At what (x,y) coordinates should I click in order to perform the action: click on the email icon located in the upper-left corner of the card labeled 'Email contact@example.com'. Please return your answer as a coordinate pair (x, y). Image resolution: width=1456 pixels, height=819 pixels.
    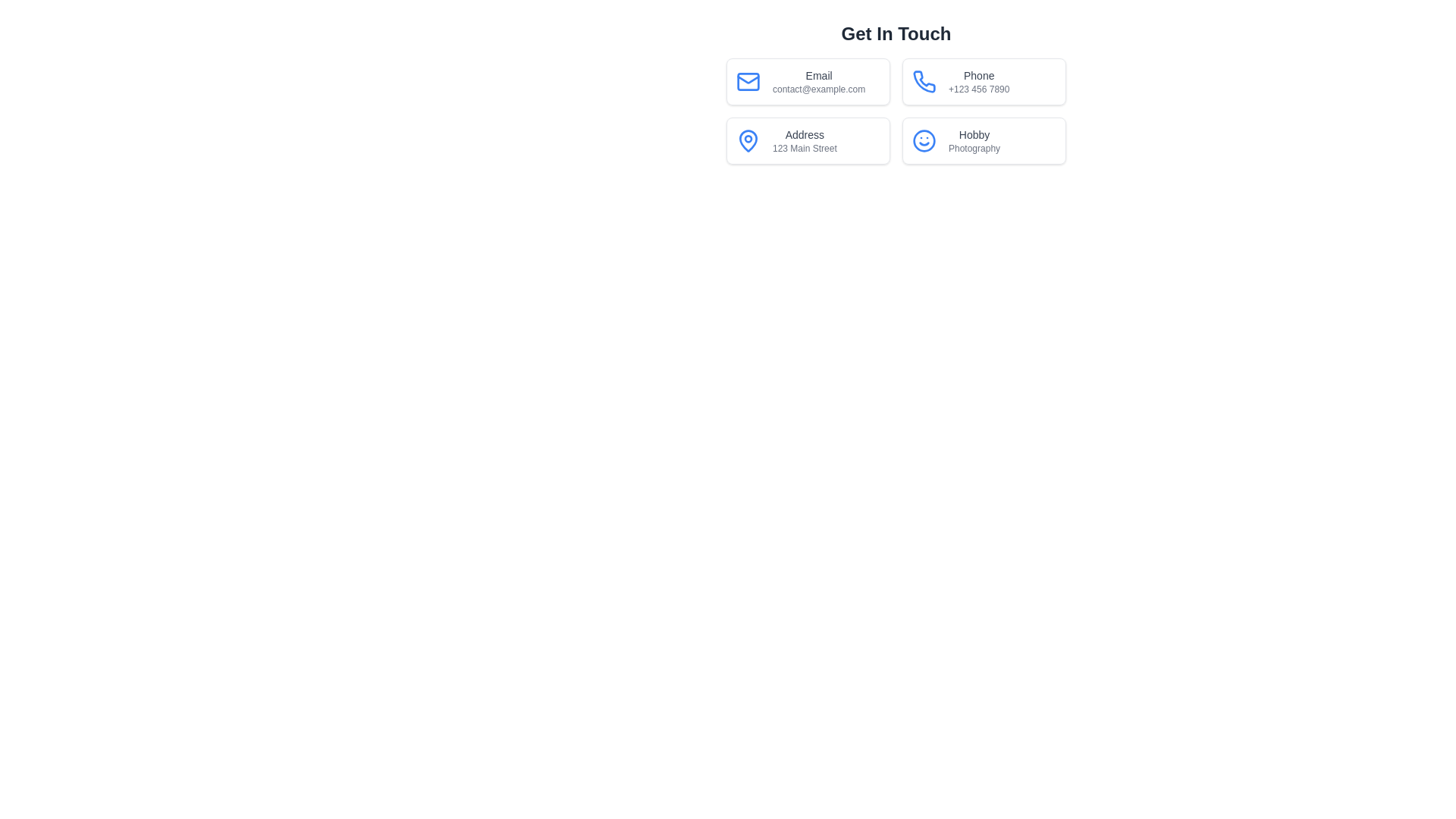
    Looking at the image, I should click on (748, 82).